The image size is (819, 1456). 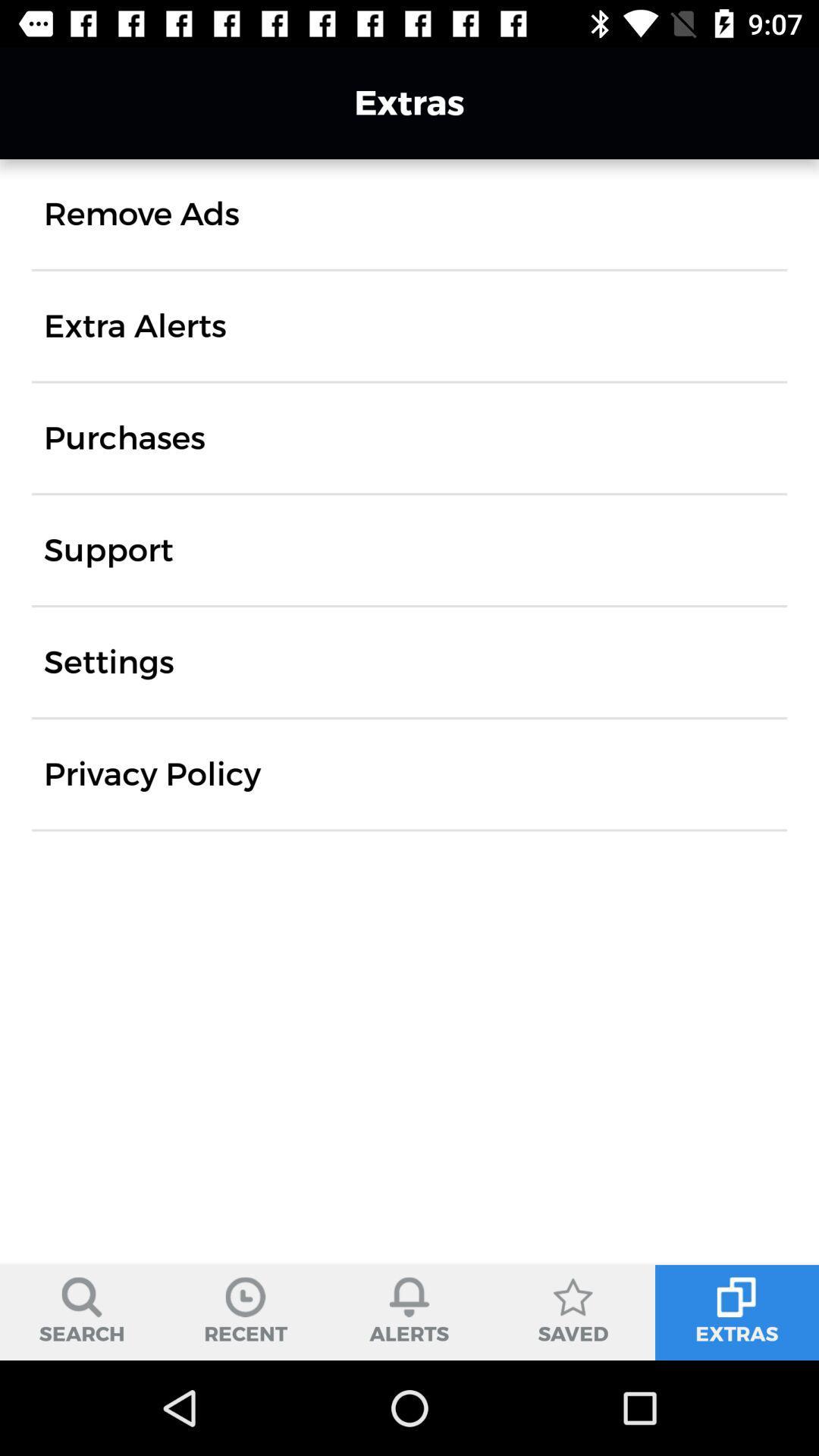 I want to click on the item above purchases icon, so click(x=134, y=325).